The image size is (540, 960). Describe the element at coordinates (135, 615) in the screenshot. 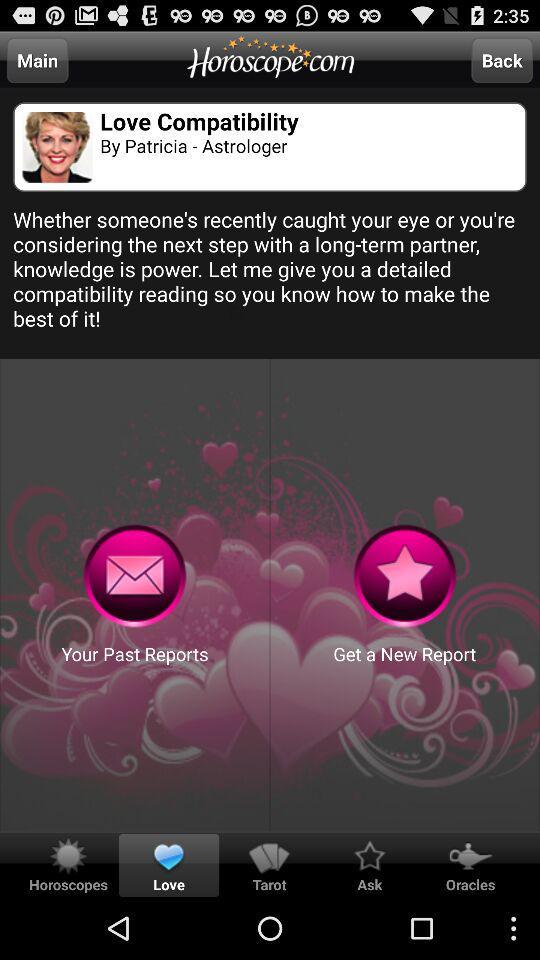

I see `the email icon` at that location.